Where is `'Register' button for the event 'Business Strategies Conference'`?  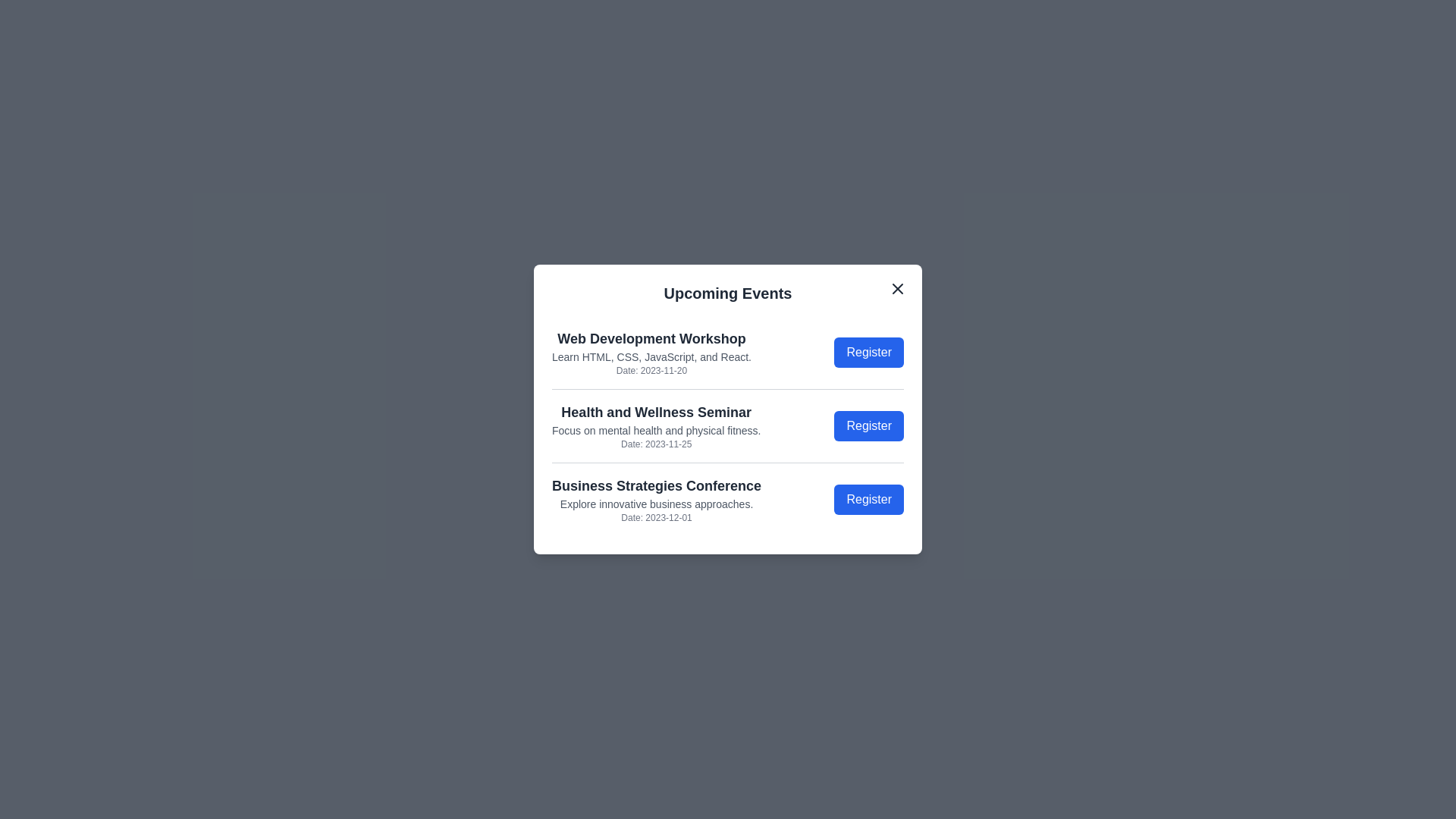
'Register' button for the event 'Business Strategies Conference' is located at coordinates (869, 500).